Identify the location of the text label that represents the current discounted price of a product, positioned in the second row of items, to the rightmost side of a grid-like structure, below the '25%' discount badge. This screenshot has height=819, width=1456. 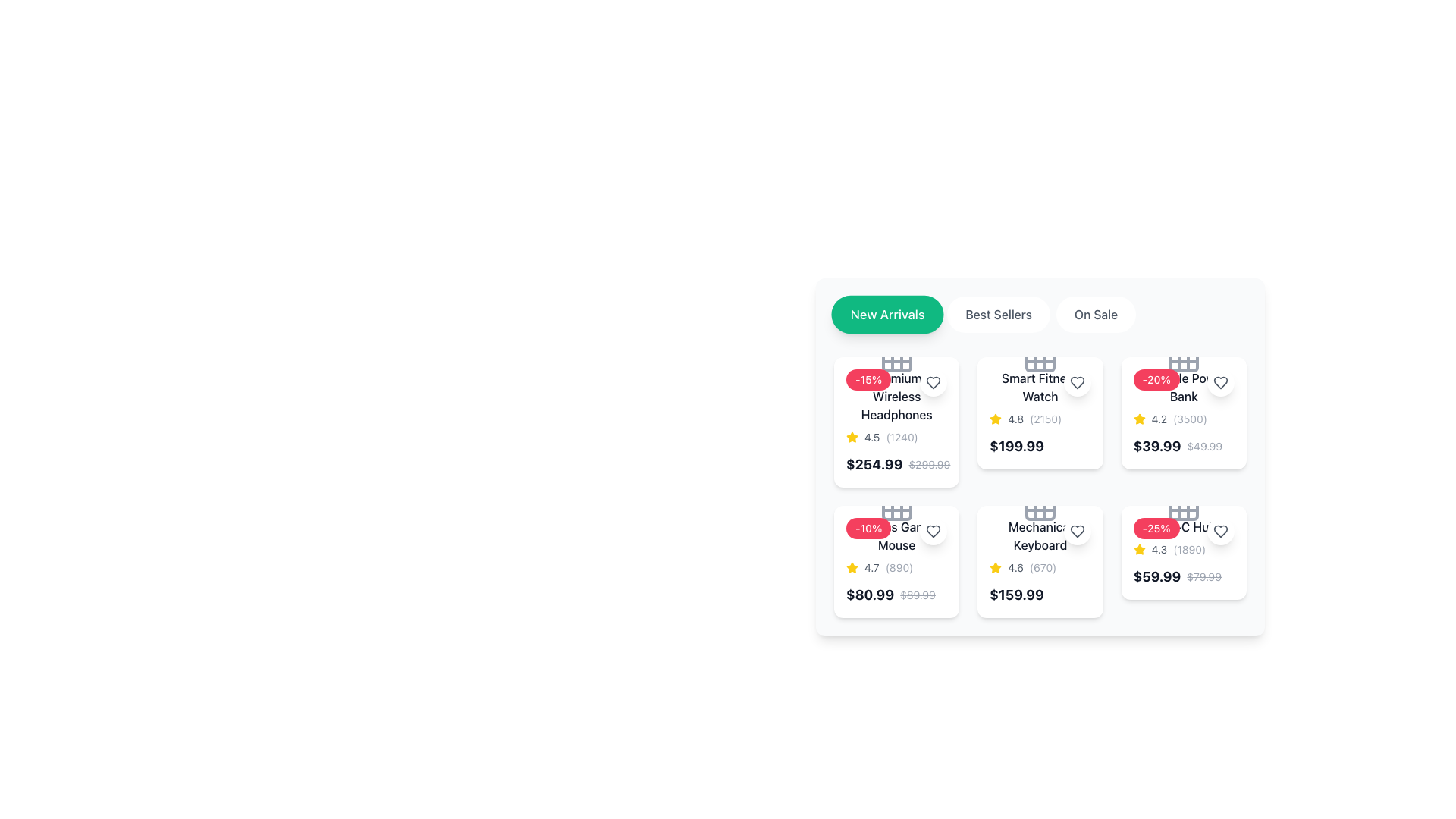
(1156, 576).